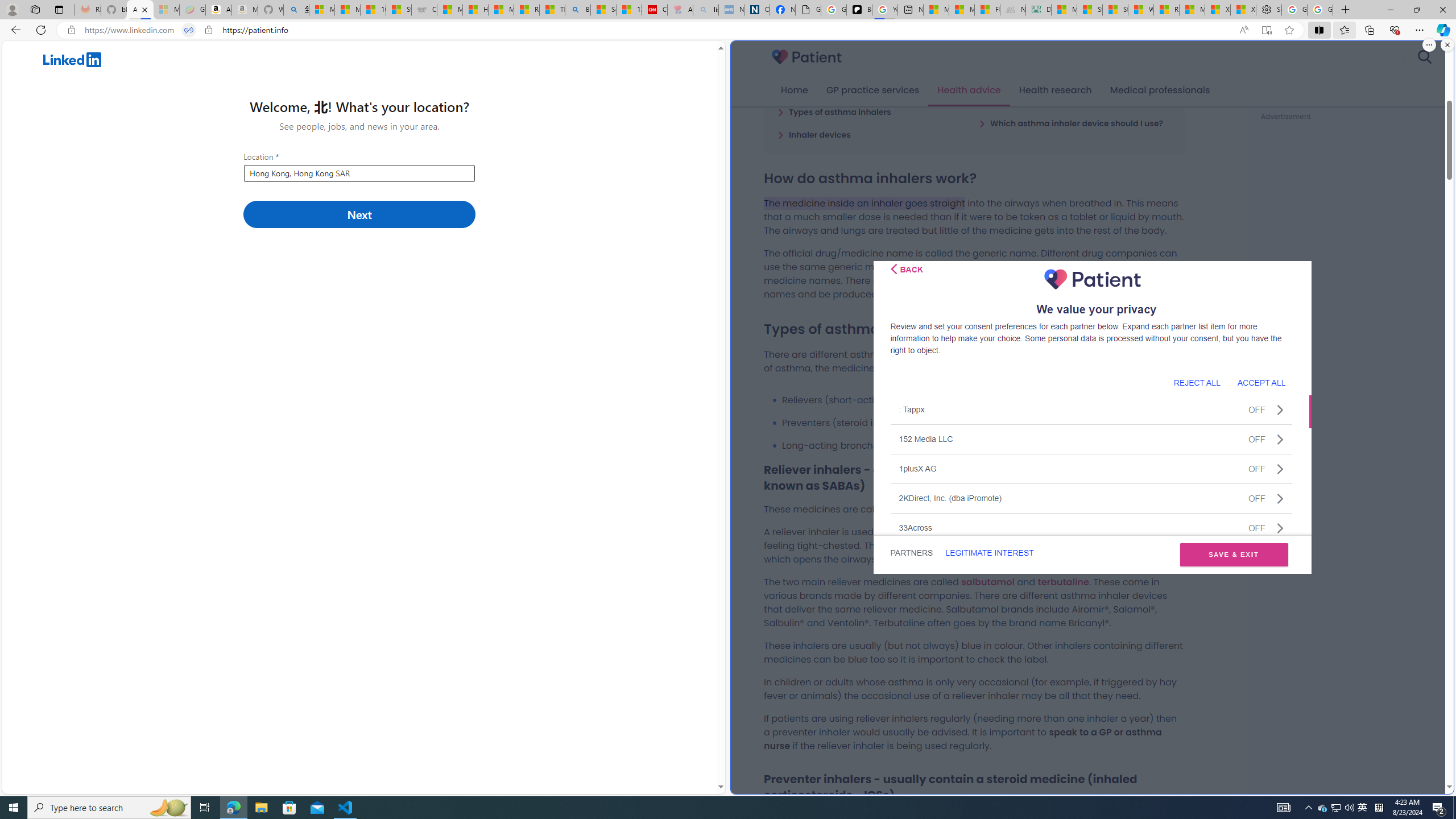 The height and width of the screenshot is (819, 1456). What do you see at coordinates (628, 9) in the screenshot?
I see `'12 Popular Science Lies that Must be Corrected'` at bounding box center [628, 9].